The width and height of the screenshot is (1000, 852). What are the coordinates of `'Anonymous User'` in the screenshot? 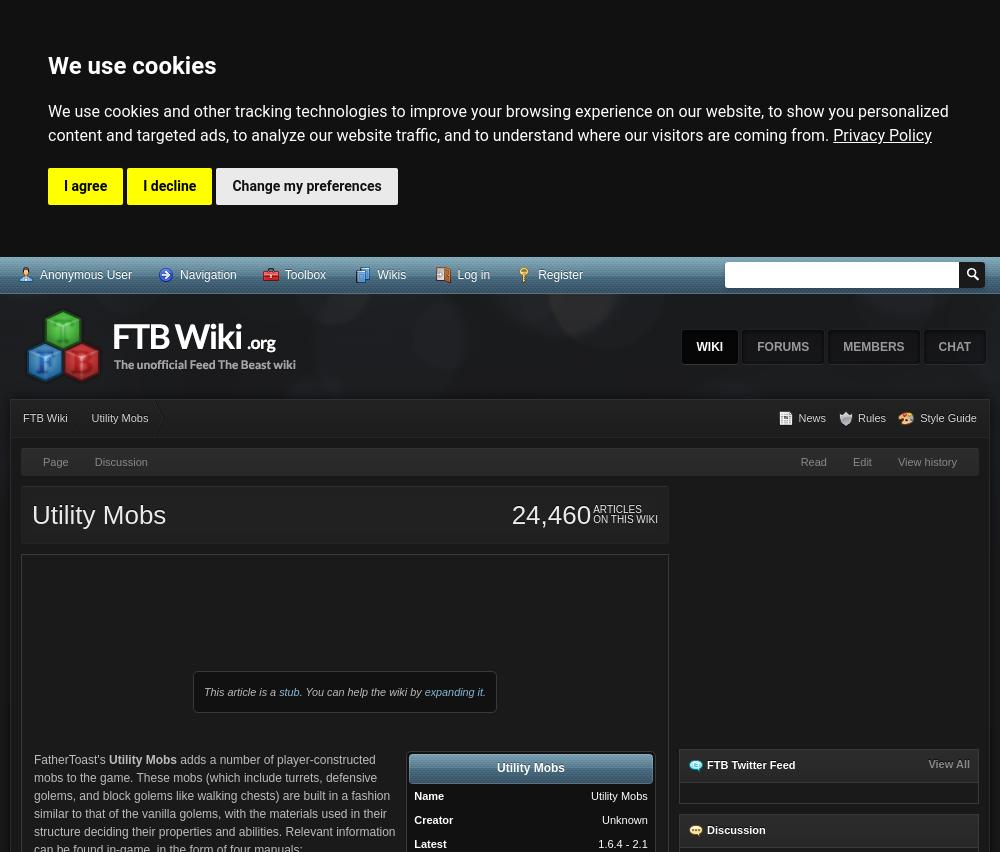 It's located at (85, 275).